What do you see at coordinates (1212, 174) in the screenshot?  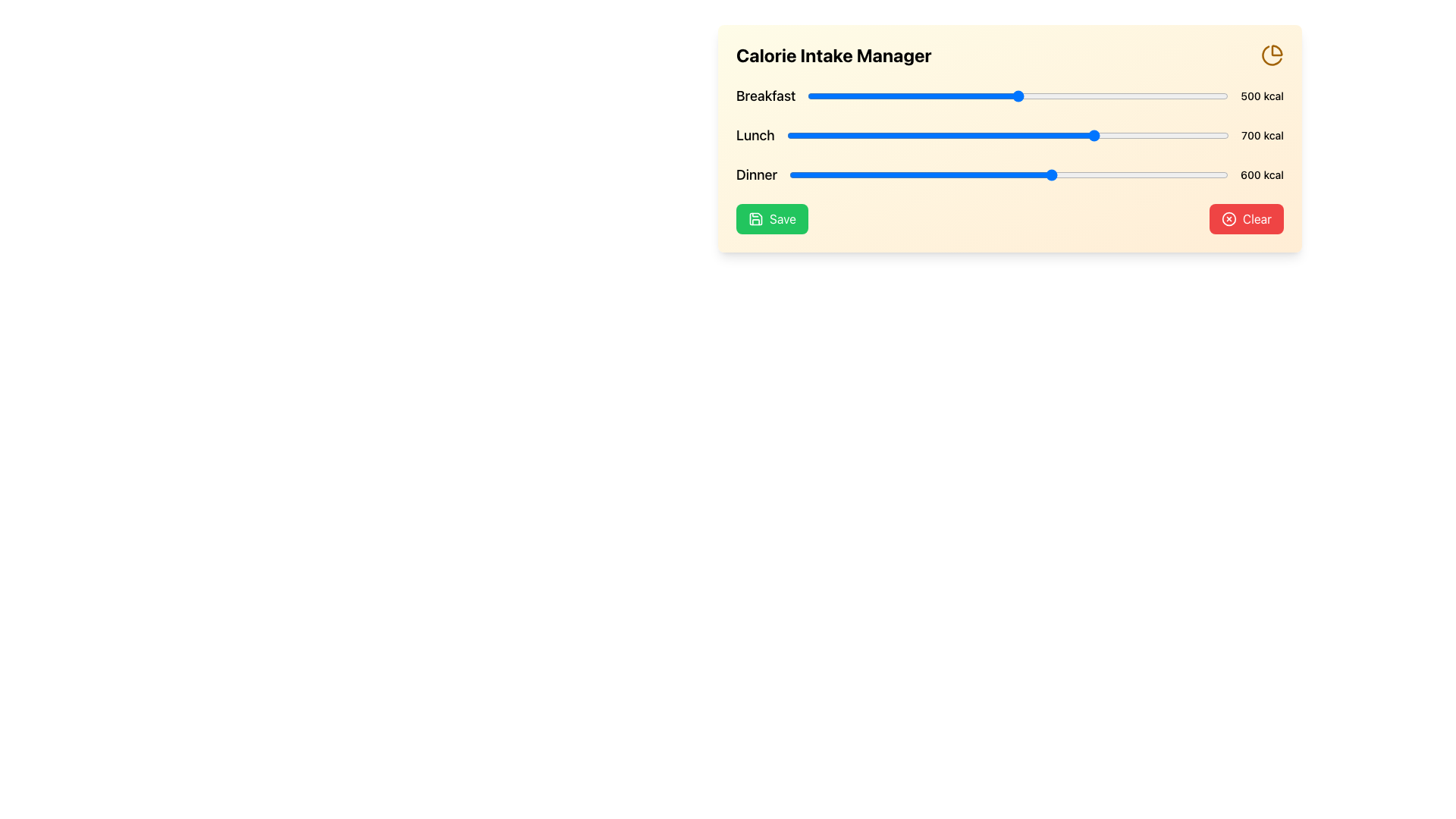 I see `Dinner kcal` at bounding box center [1212, 174].